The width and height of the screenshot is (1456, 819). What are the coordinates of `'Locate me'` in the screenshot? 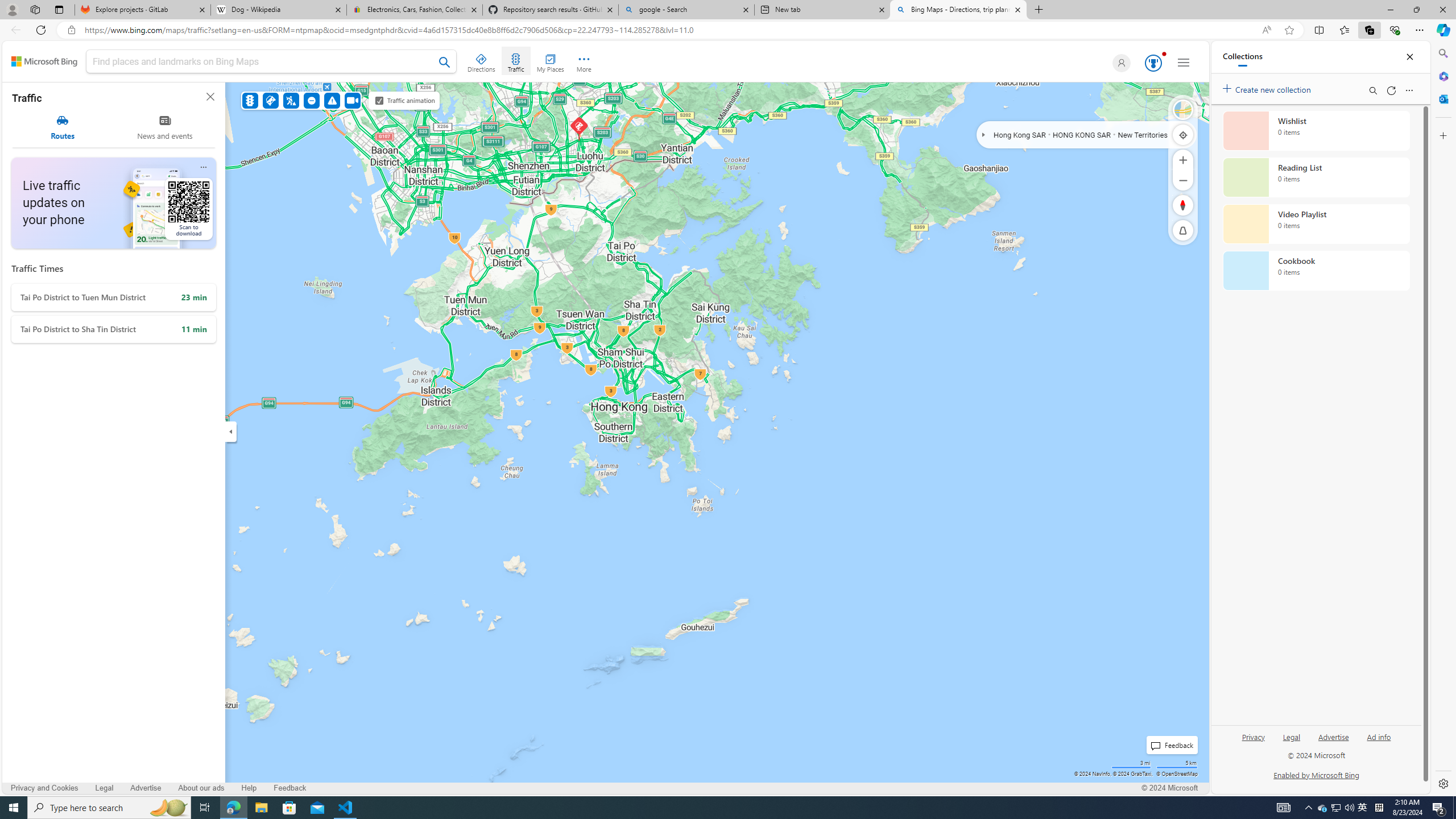 It's located at (1182, 134).